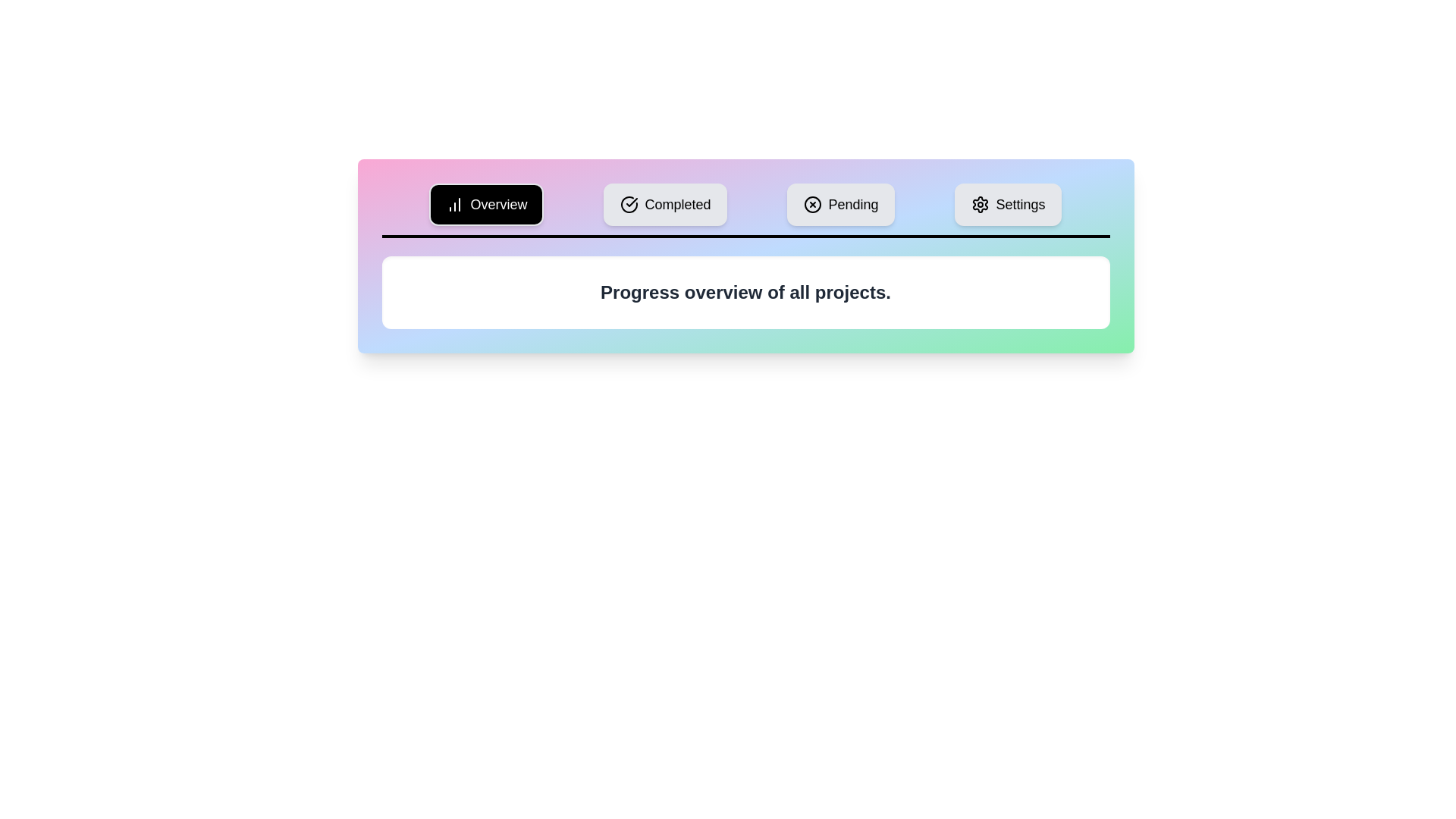 The image size is (1456, 819). What do you see at coordinates (840, 205) in the screenshot?
I see `the tab labeled Pending` at bounding box center [840, 205].